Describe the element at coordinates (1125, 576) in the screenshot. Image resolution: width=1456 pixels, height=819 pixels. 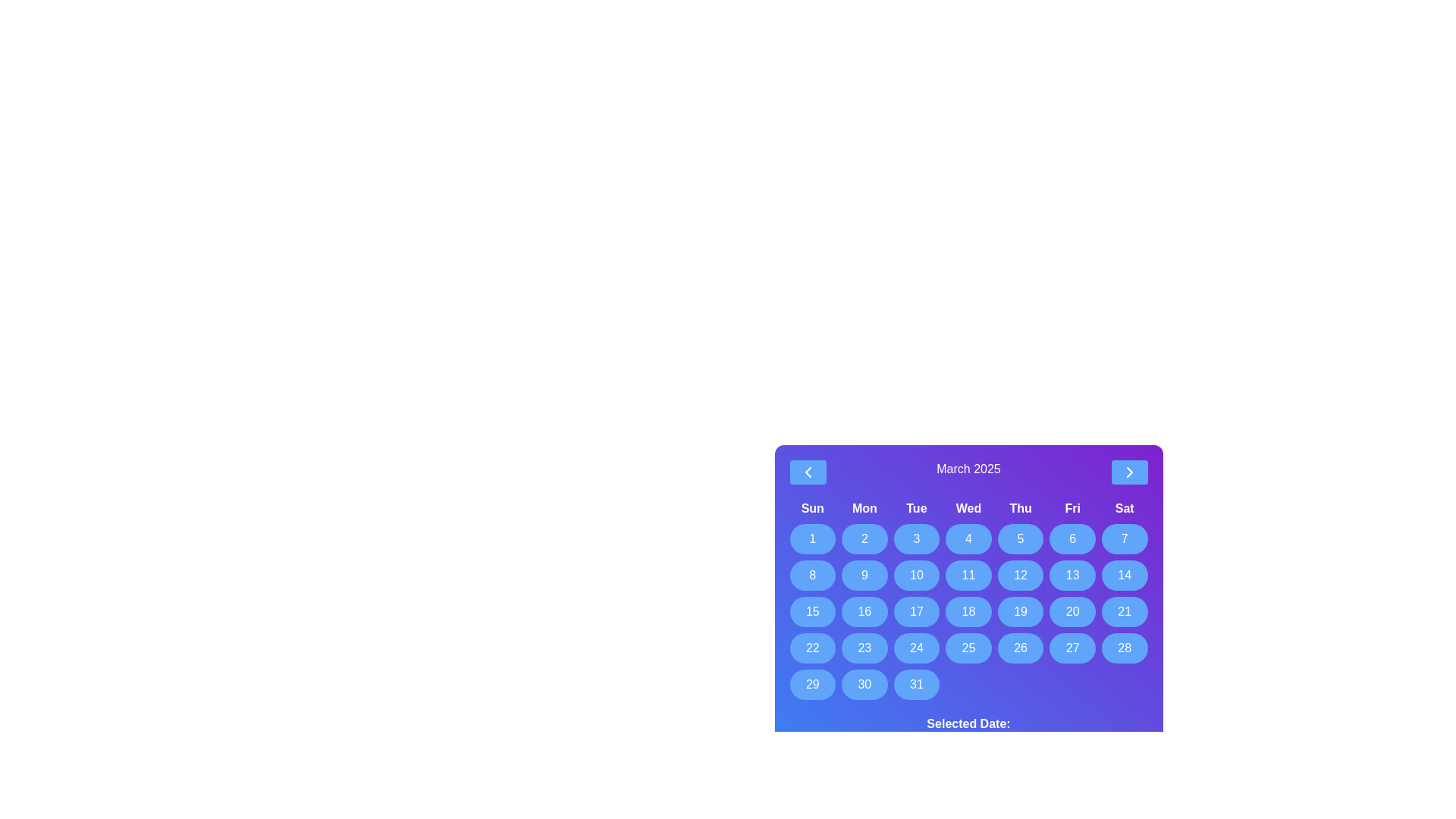
I see `the calendar date button representing the 14th day of the month, located in the last column (Saturday) of the calendar grid` at that location.